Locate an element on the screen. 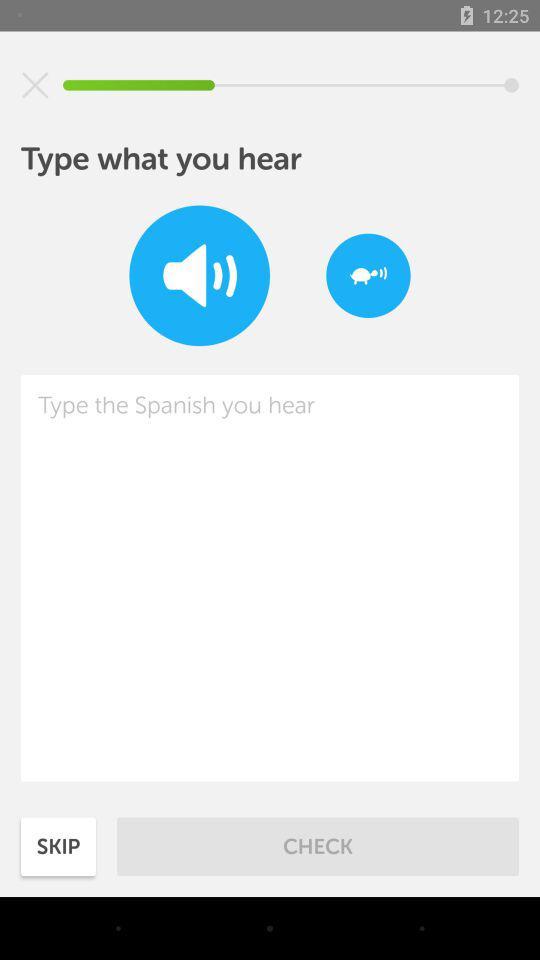 The width and height of the screenshot is (540, 960). type text is located at coordinates (270, 578).